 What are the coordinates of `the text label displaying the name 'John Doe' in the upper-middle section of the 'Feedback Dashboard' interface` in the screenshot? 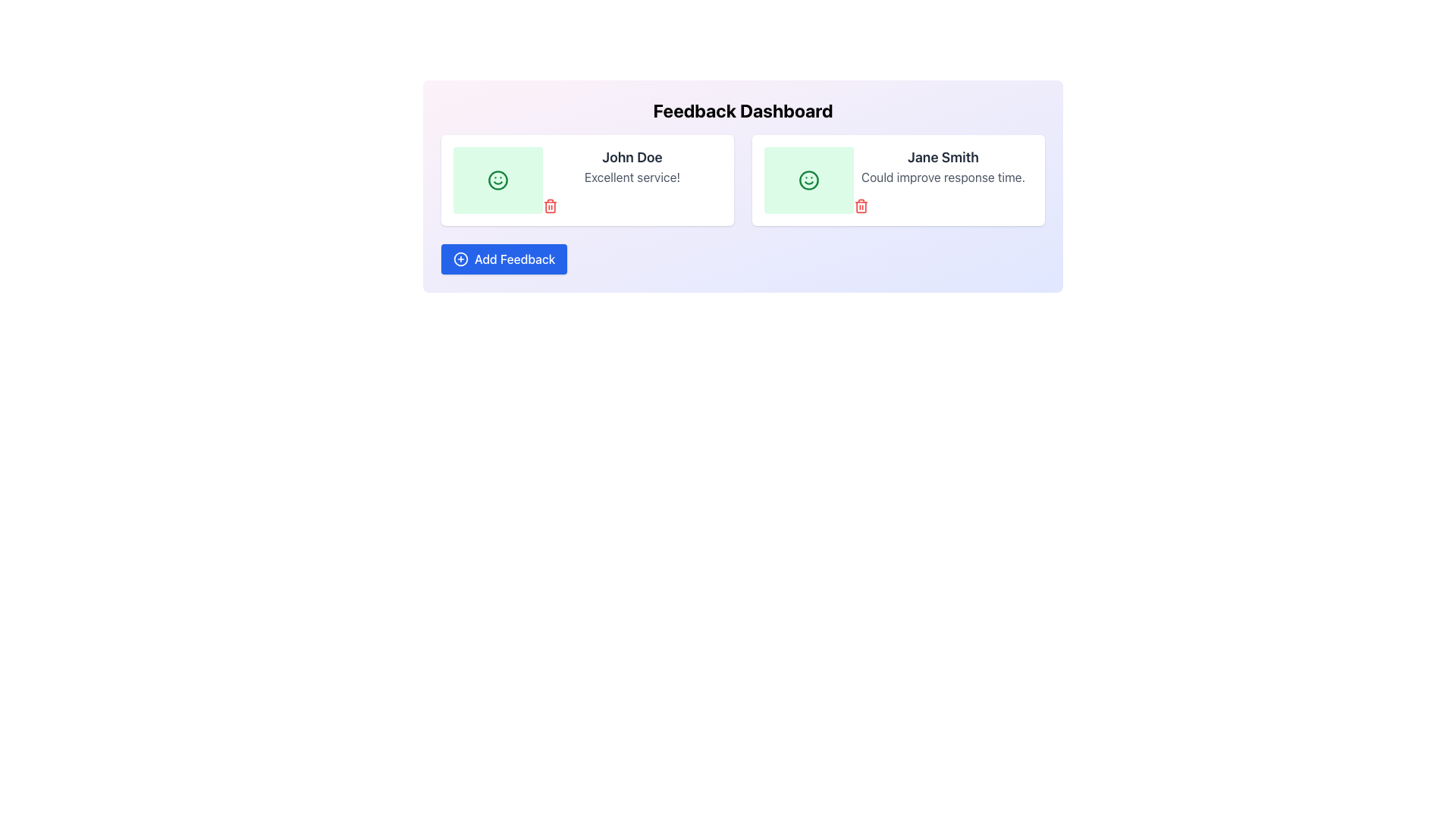 It's located at (632, 158).